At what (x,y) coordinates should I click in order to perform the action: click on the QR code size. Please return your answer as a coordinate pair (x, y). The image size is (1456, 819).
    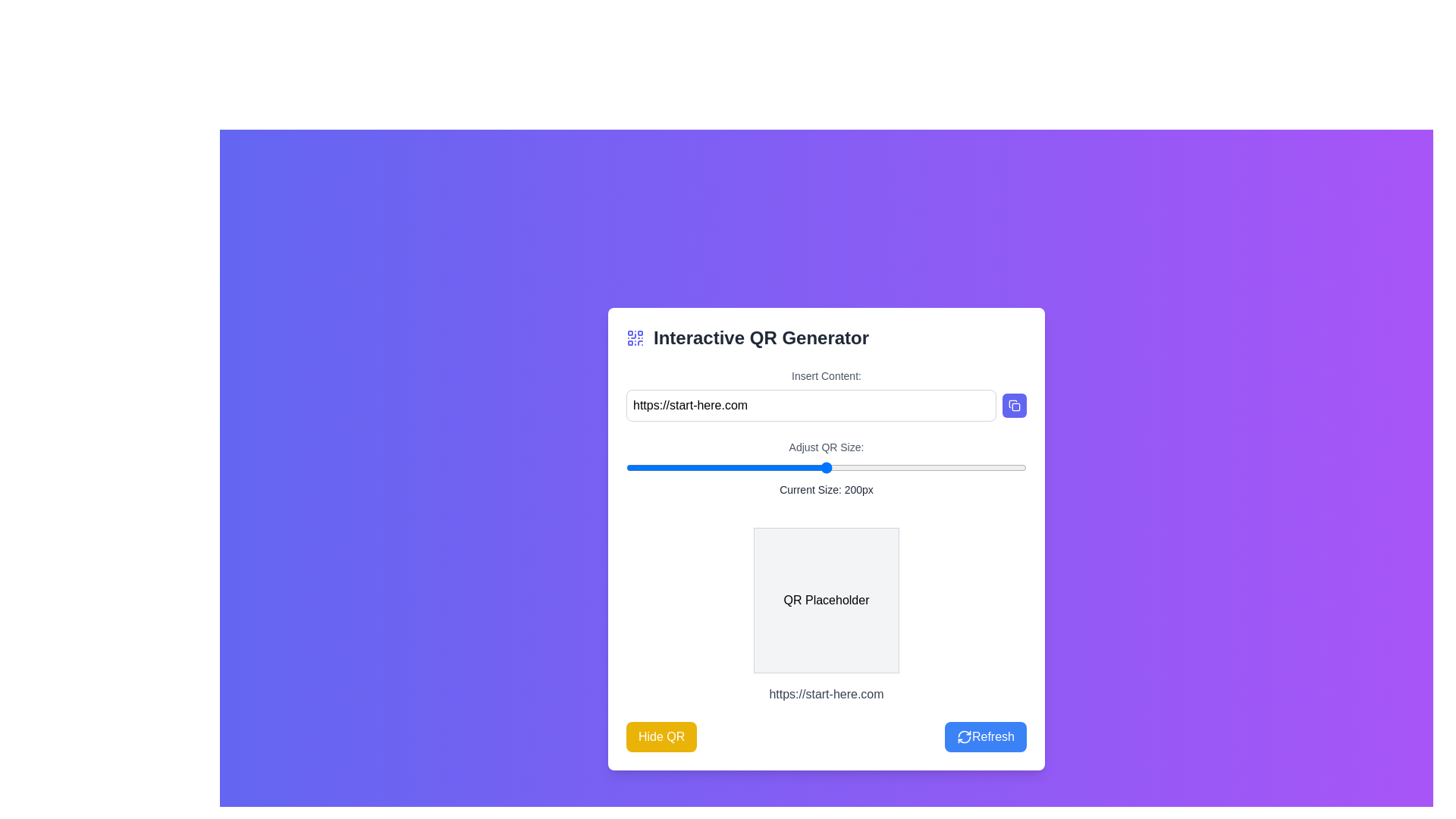
    Looking at the image, I should click on (864, 467).